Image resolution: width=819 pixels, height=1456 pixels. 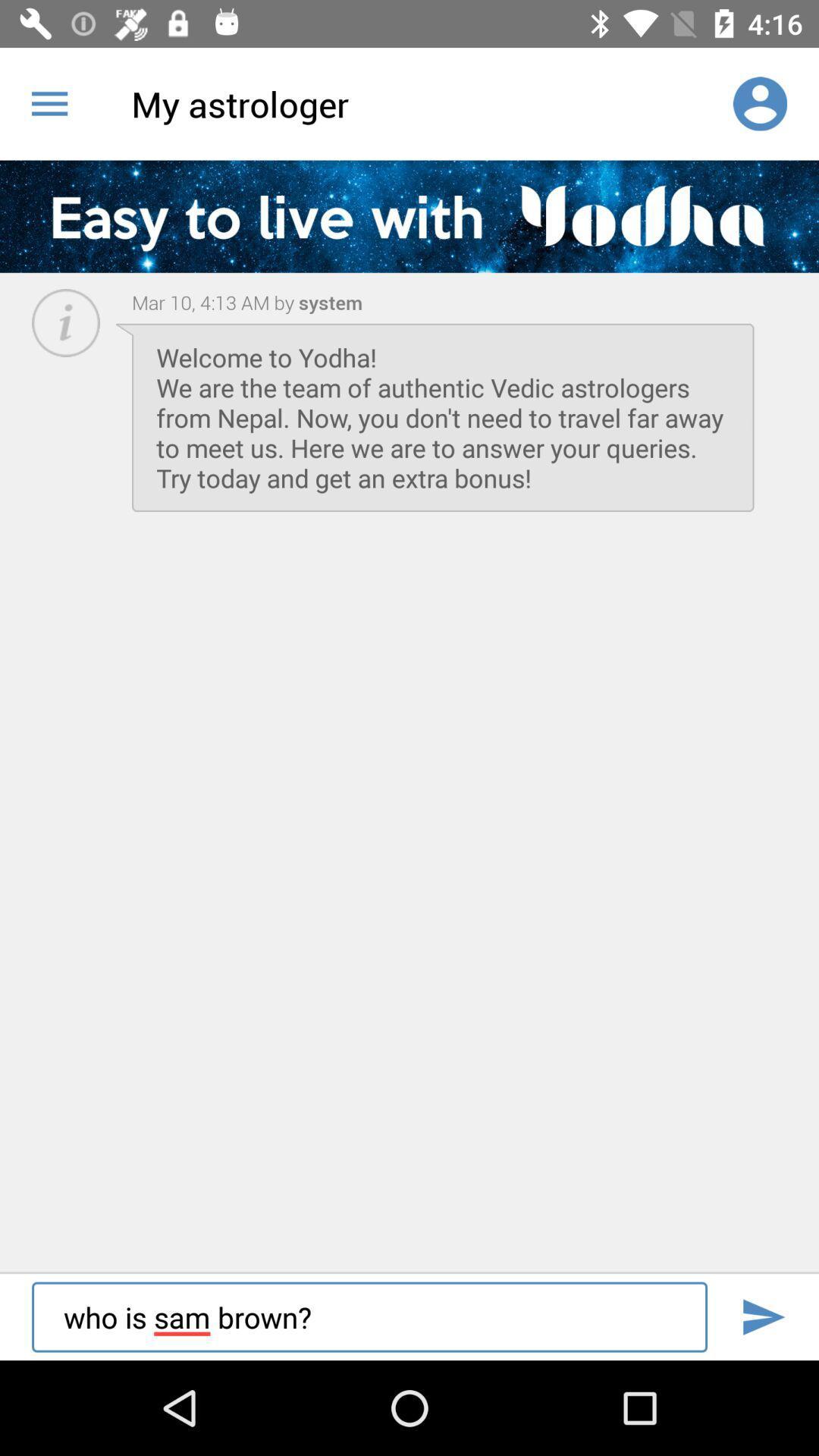 What do you see at coordinates (369, 1316) in the screenshot?
I see `the who is sam item` at bounding box center [369, 1316].